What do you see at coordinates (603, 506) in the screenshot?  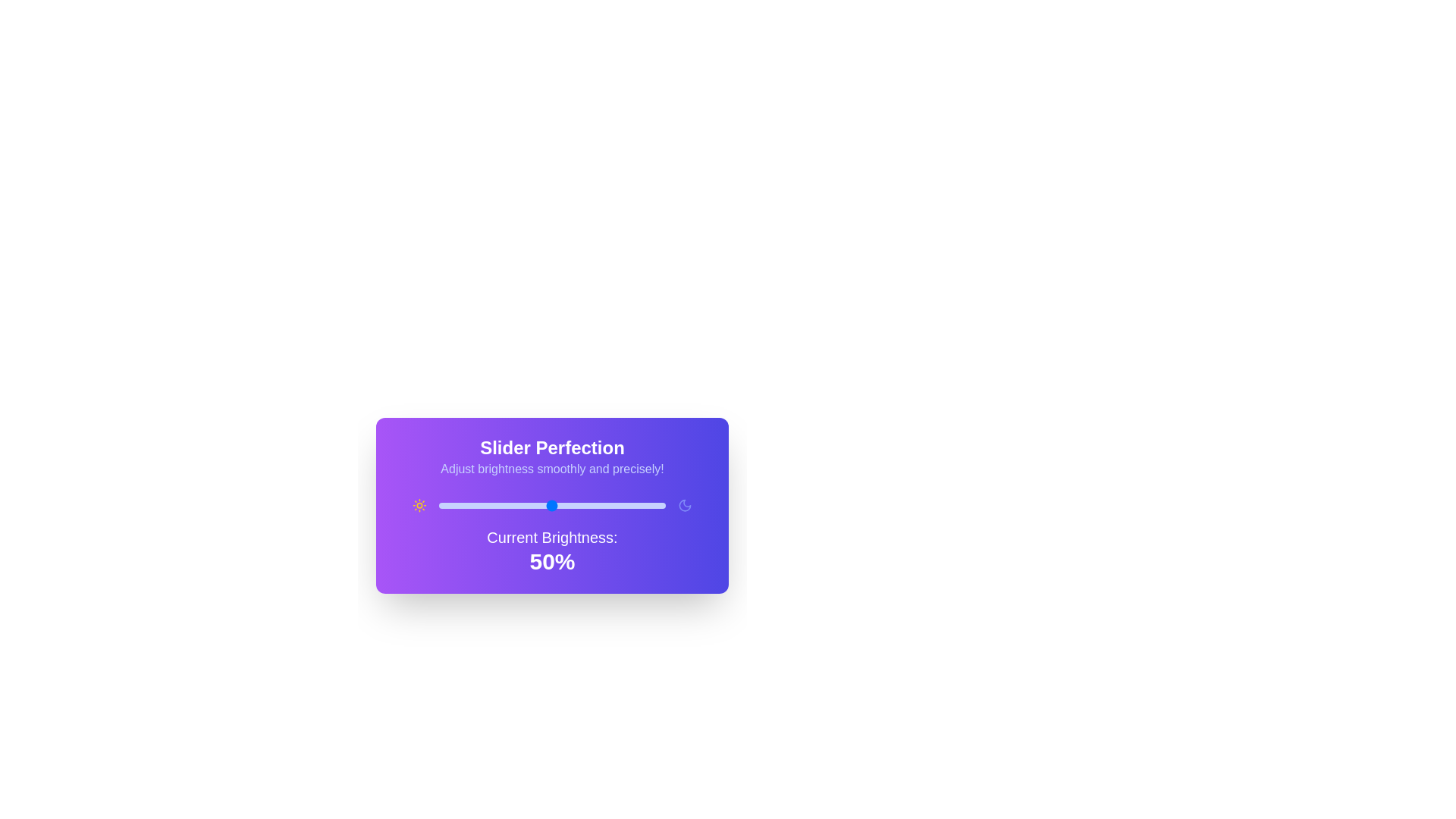 I see `the brightness slider to 73%` at bounding box center [603, 506].